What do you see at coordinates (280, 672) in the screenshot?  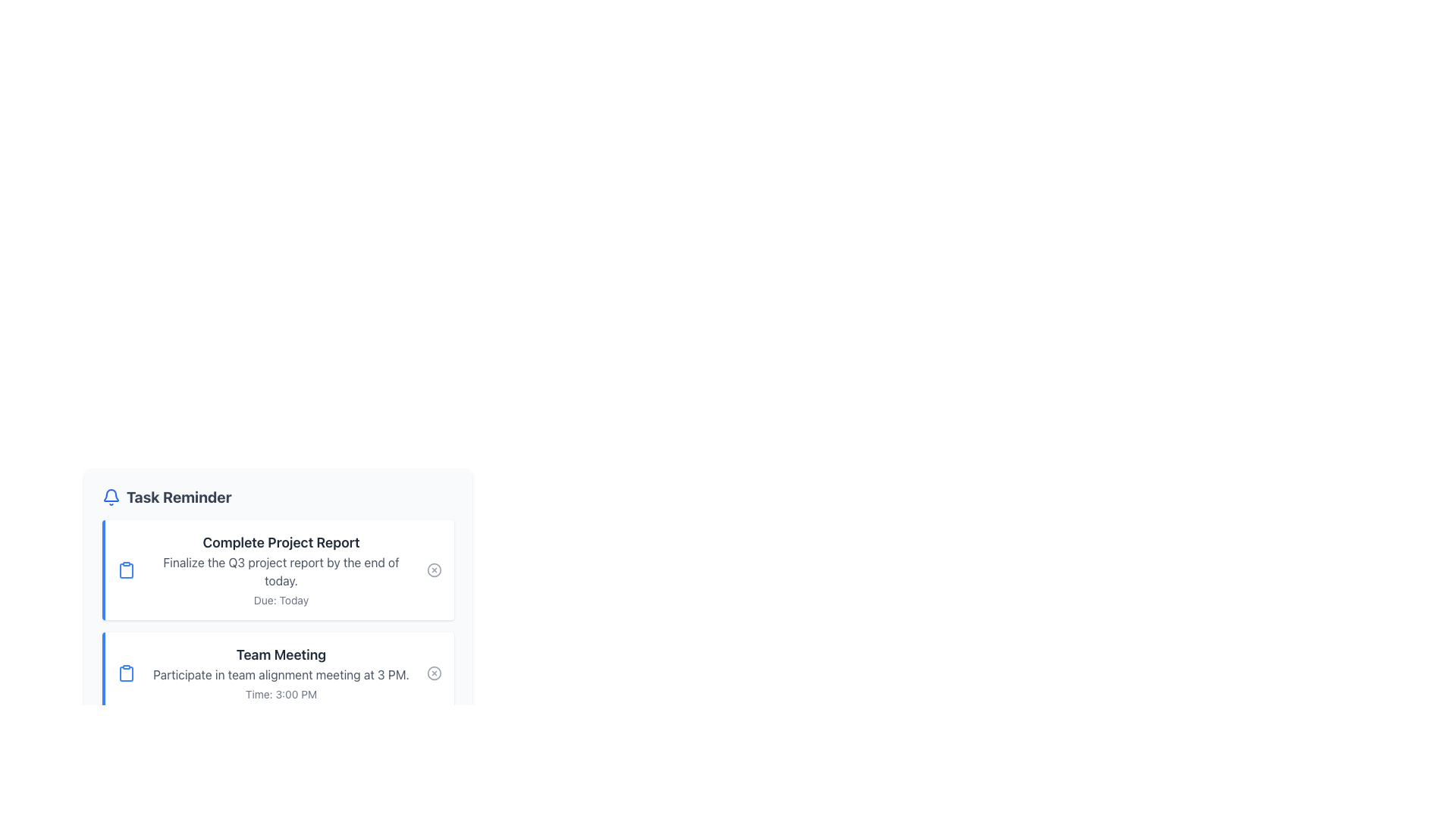 I see `the second task item in the 'Task Reminder' section, which is displayed below the 'Complete Project Report' task` at bounding box center [280, 672].